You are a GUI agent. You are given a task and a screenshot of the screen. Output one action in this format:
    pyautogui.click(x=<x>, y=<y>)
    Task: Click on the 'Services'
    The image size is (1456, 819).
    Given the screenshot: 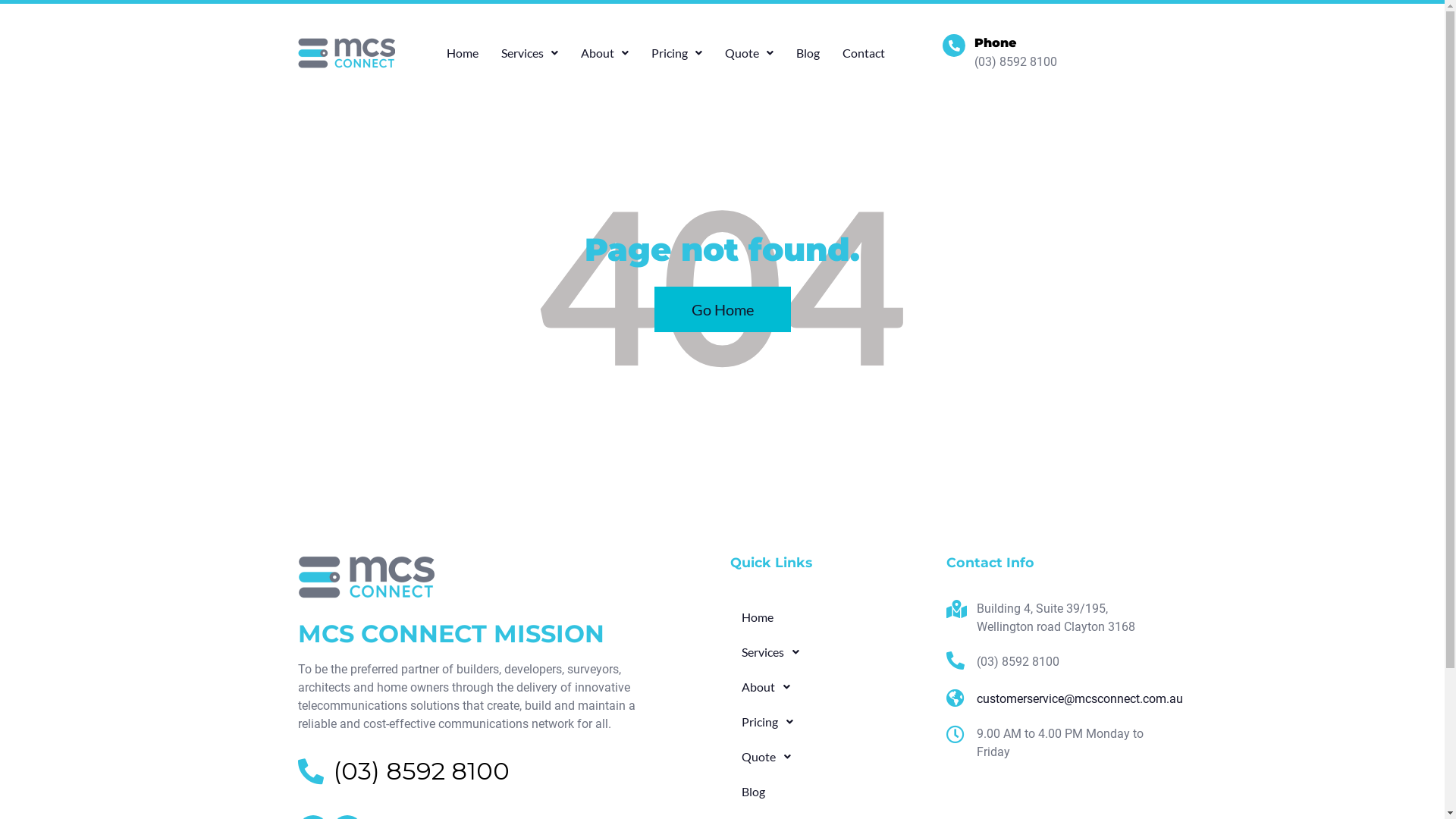 What is the action you would take?
    pyautogui.click(x=529, y=52)
    